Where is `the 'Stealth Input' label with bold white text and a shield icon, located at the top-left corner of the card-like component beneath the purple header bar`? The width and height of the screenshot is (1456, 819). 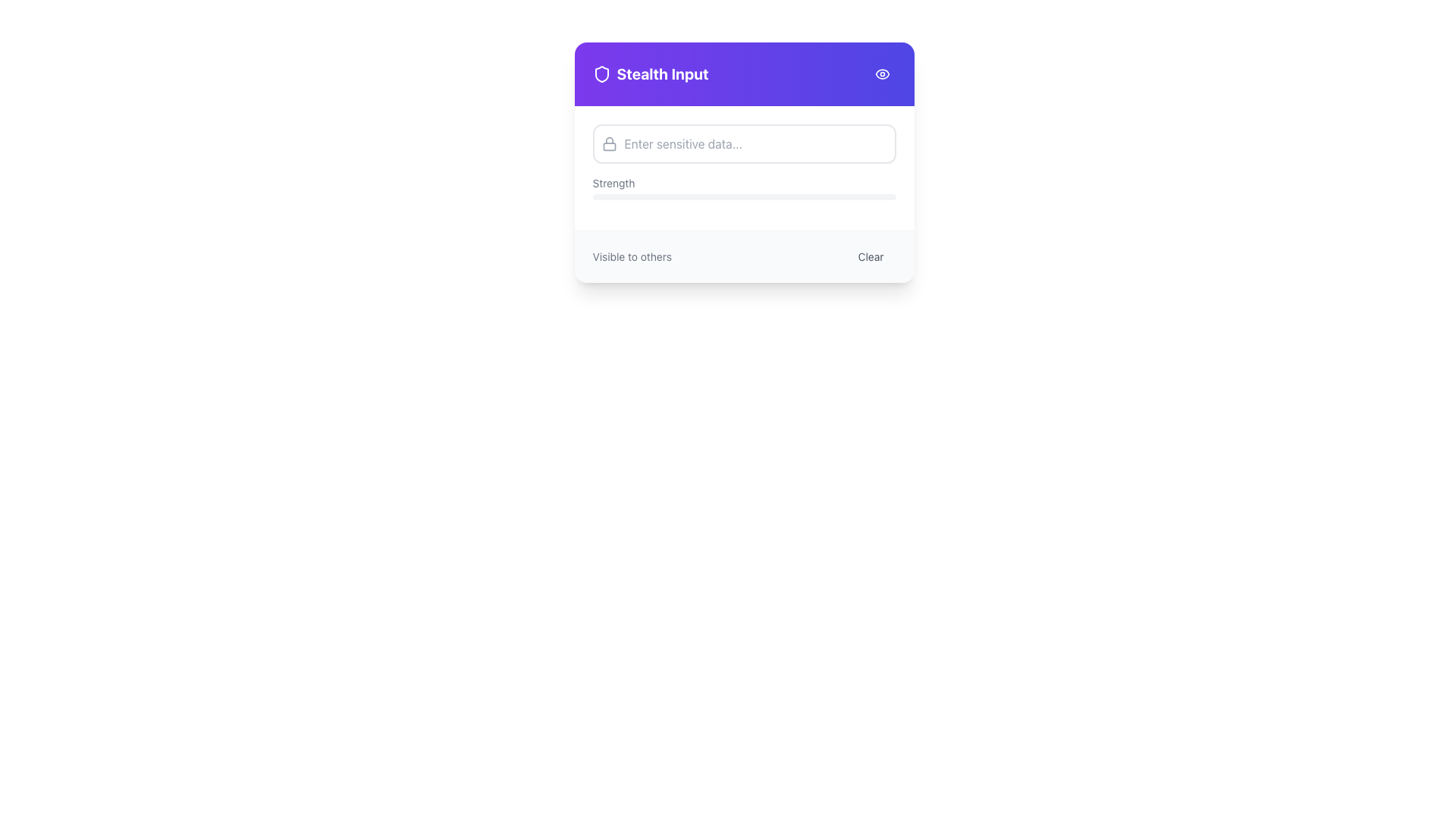 the 'Stealth Input' label with bold white text and a shield icon, located at the top-left corner of the card-like component beneath the purple header bar is located at coordinates (651, 74).